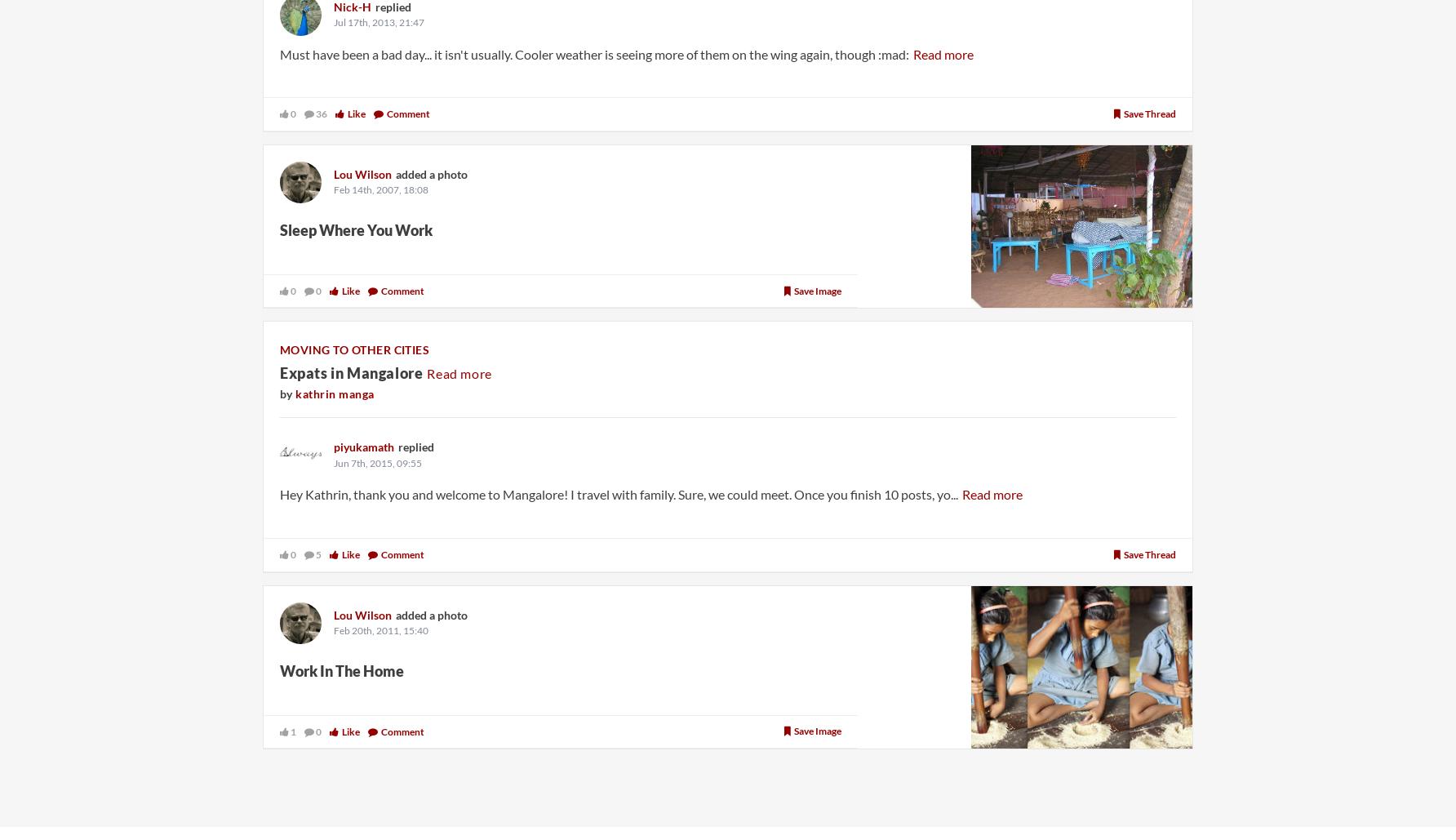  Describe the element at coordinates (594, 53) in the screenshot. I see `'Must have been a bad day... it isn't usually. Cooler weather is seeing more of them on the wing again, though :mad:'` at that location.